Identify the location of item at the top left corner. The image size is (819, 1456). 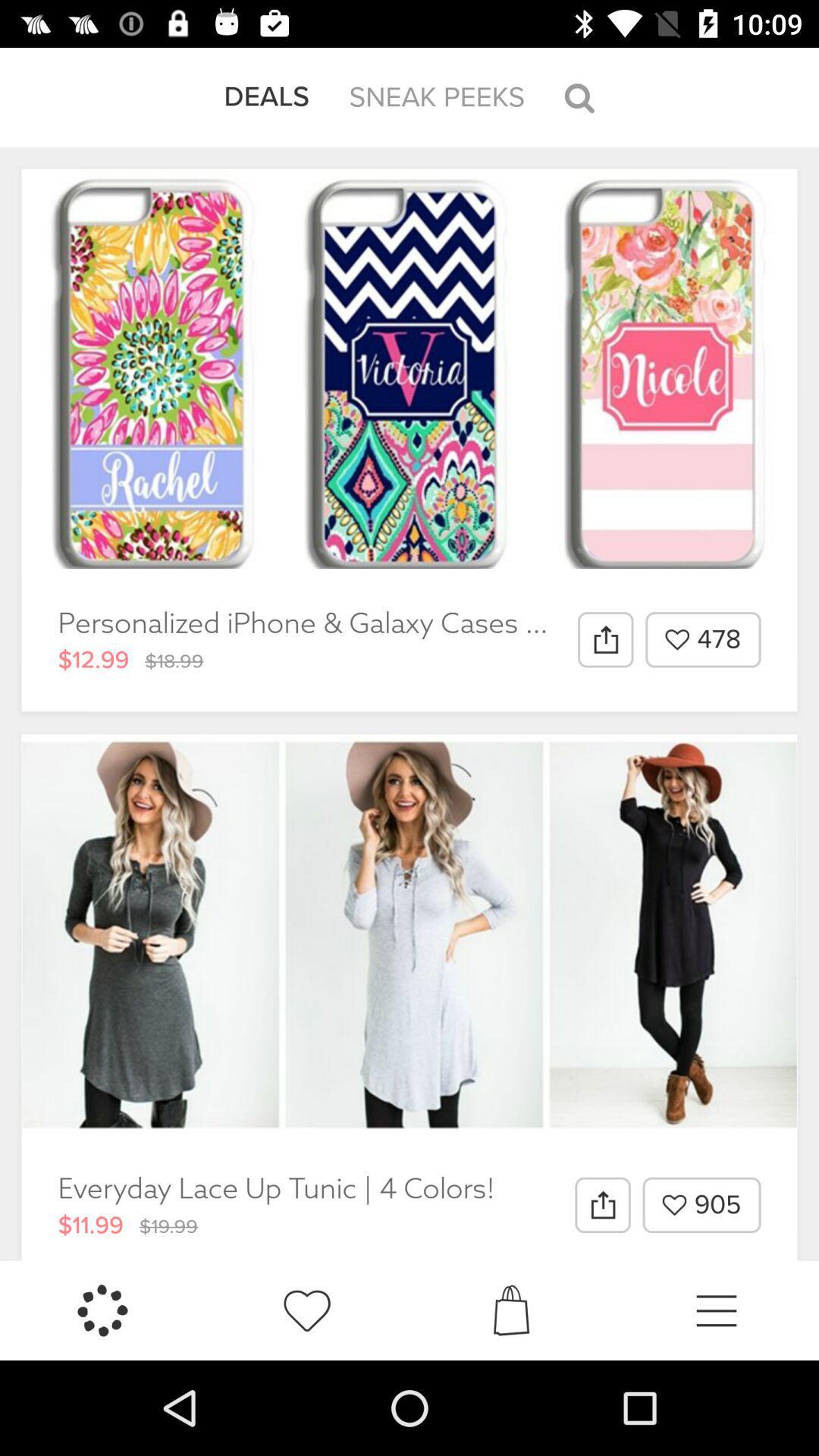
(265, 96).